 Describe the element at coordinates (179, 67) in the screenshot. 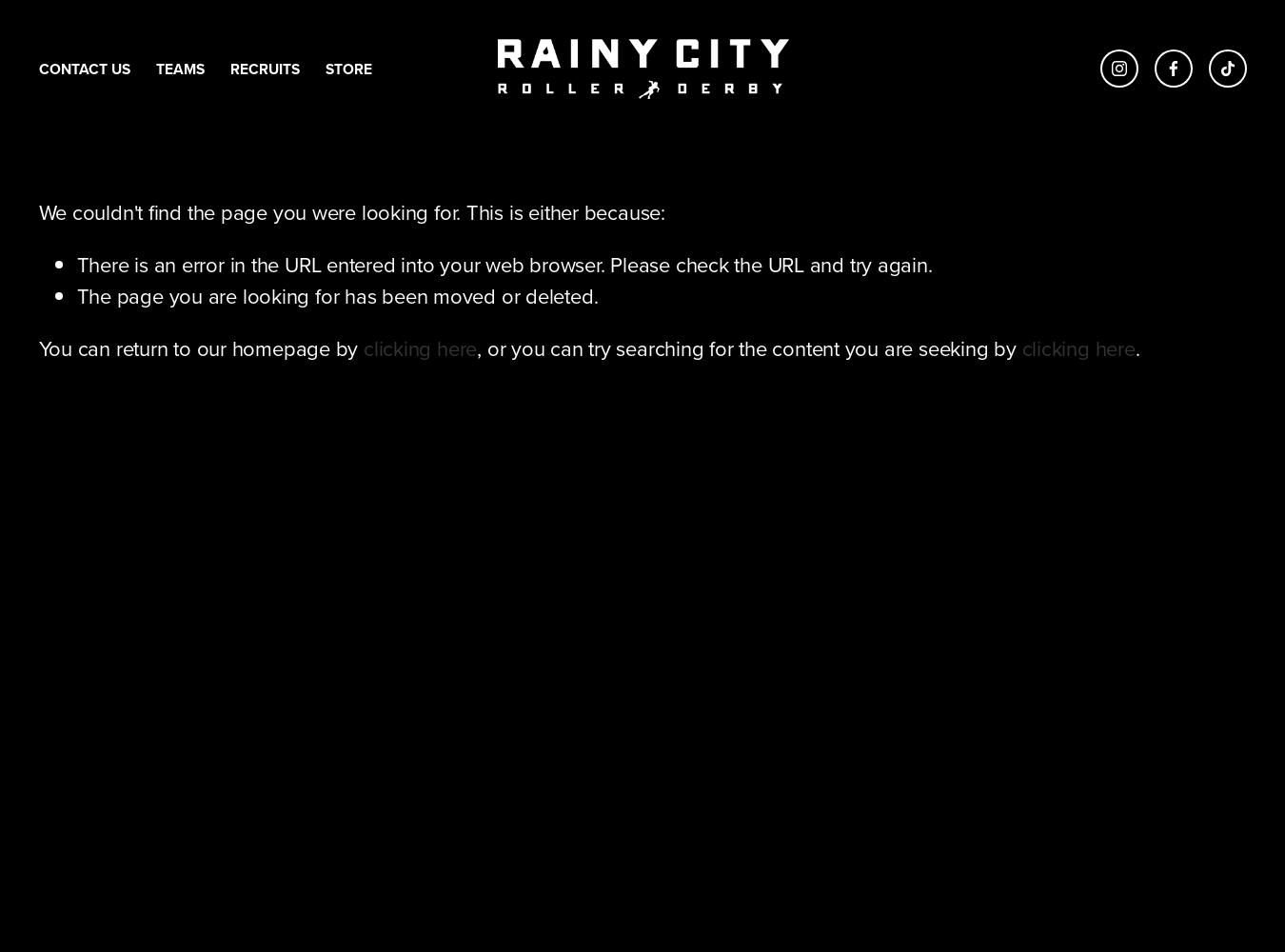

I see `'TEAMS'` at that location.